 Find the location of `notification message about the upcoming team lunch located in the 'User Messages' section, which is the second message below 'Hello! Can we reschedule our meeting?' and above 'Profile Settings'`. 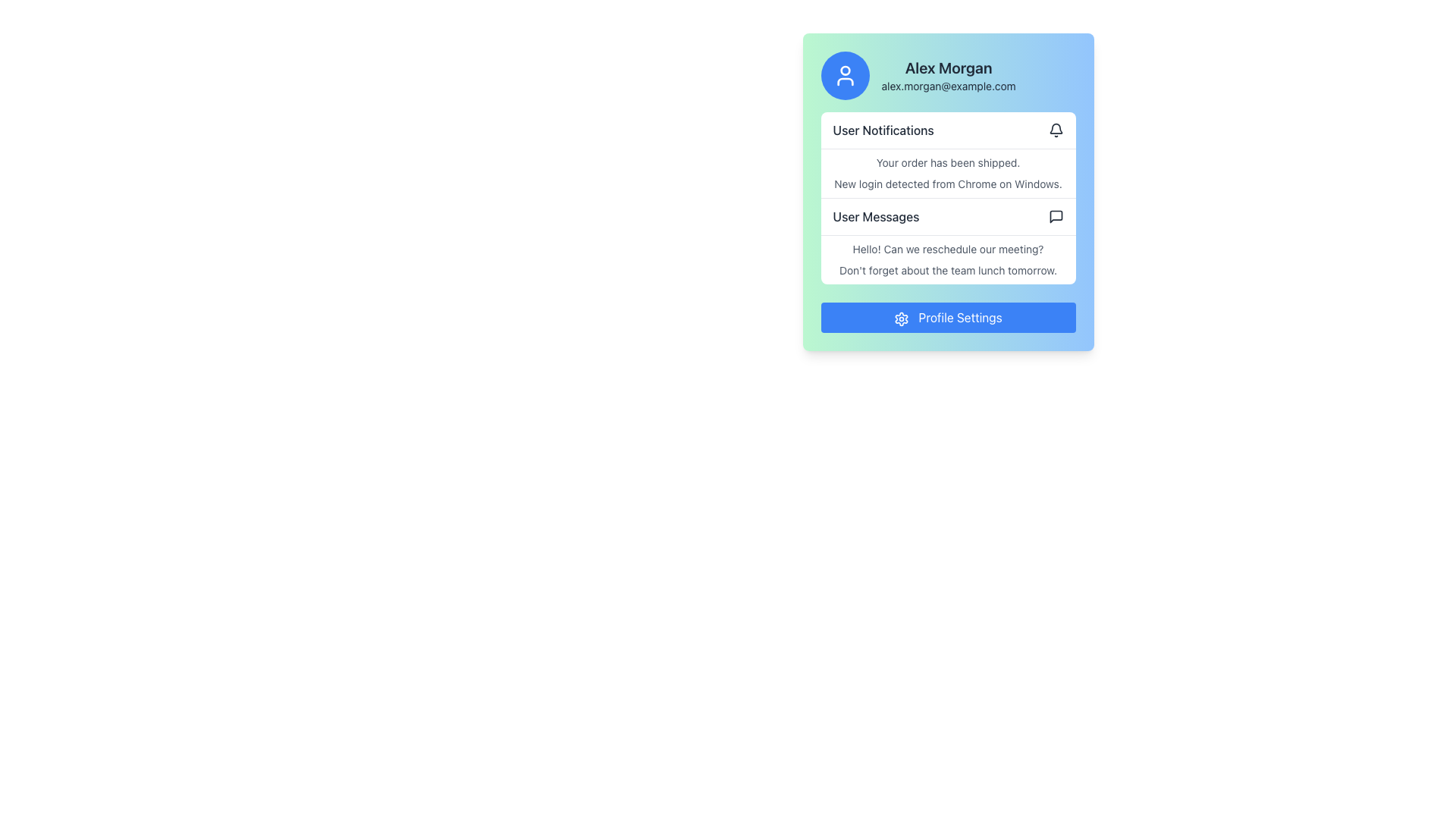

notification message about the upcoming team lunch located in the 'User Messages' section, which is the second message below 'Hello! Can we reschedule our meeting?' and above 'Profile Settings' is located at coordinates (947, 270).